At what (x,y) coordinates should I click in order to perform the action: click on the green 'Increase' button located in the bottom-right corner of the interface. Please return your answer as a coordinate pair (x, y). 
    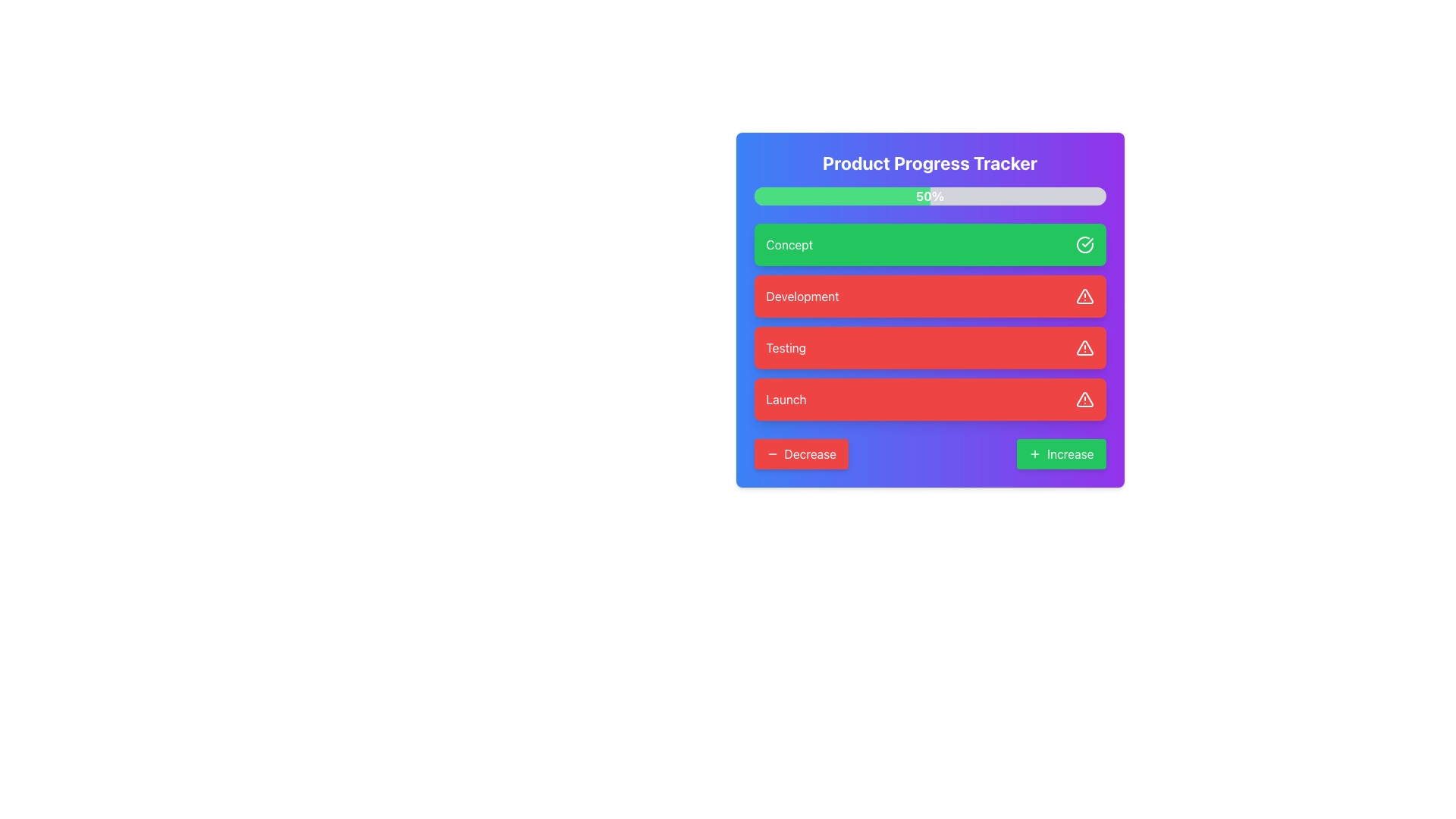
    Looking at the image, I should click on (1060, 453).